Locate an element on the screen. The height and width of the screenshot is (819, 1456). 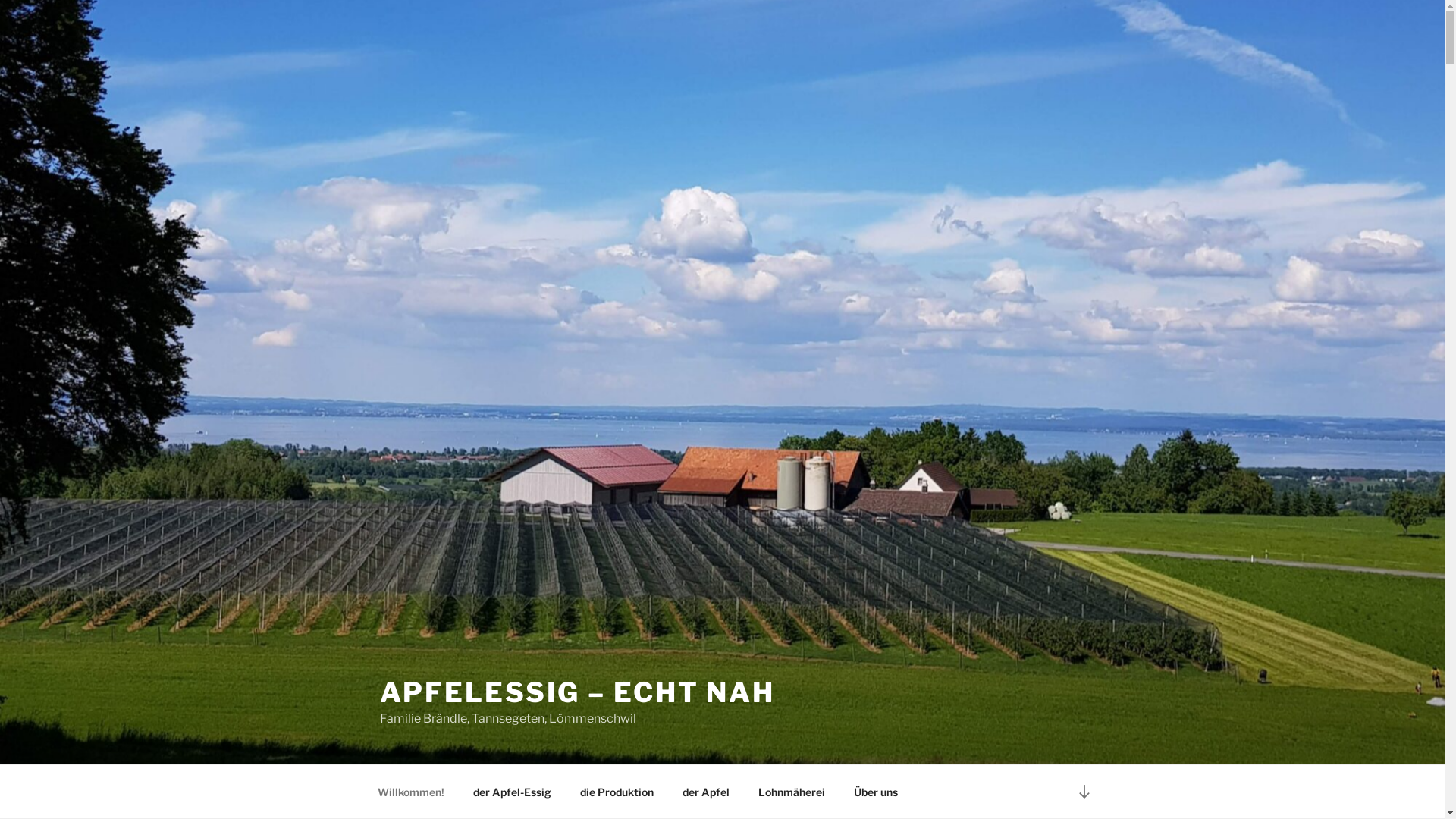
'Zum Inhalt nach unten scrollen' is located at coordinates (1065, 790).